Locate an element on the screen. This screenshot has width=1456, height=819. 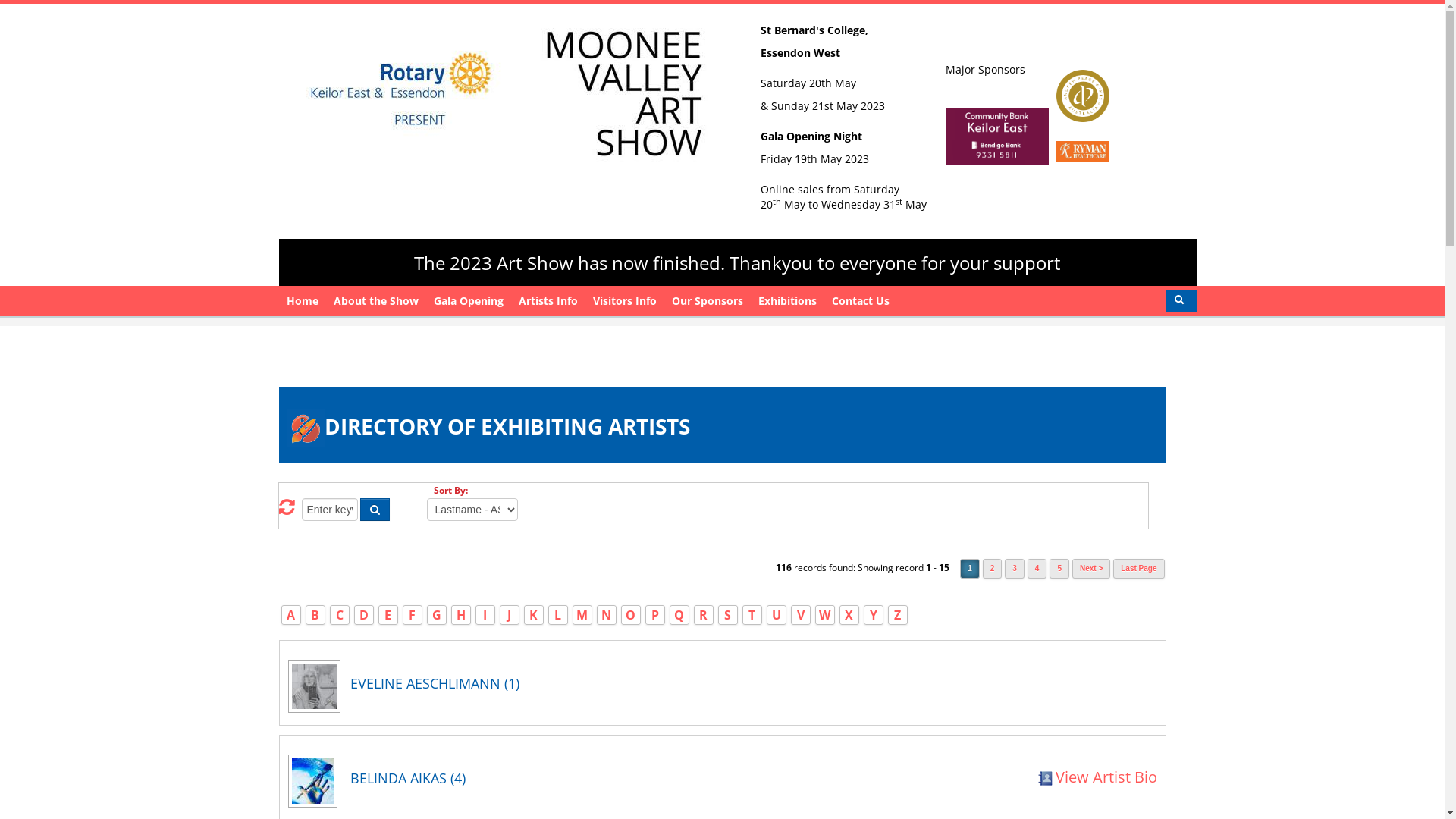
'Reset Search Criteria' is located at coordinates (279, 510).